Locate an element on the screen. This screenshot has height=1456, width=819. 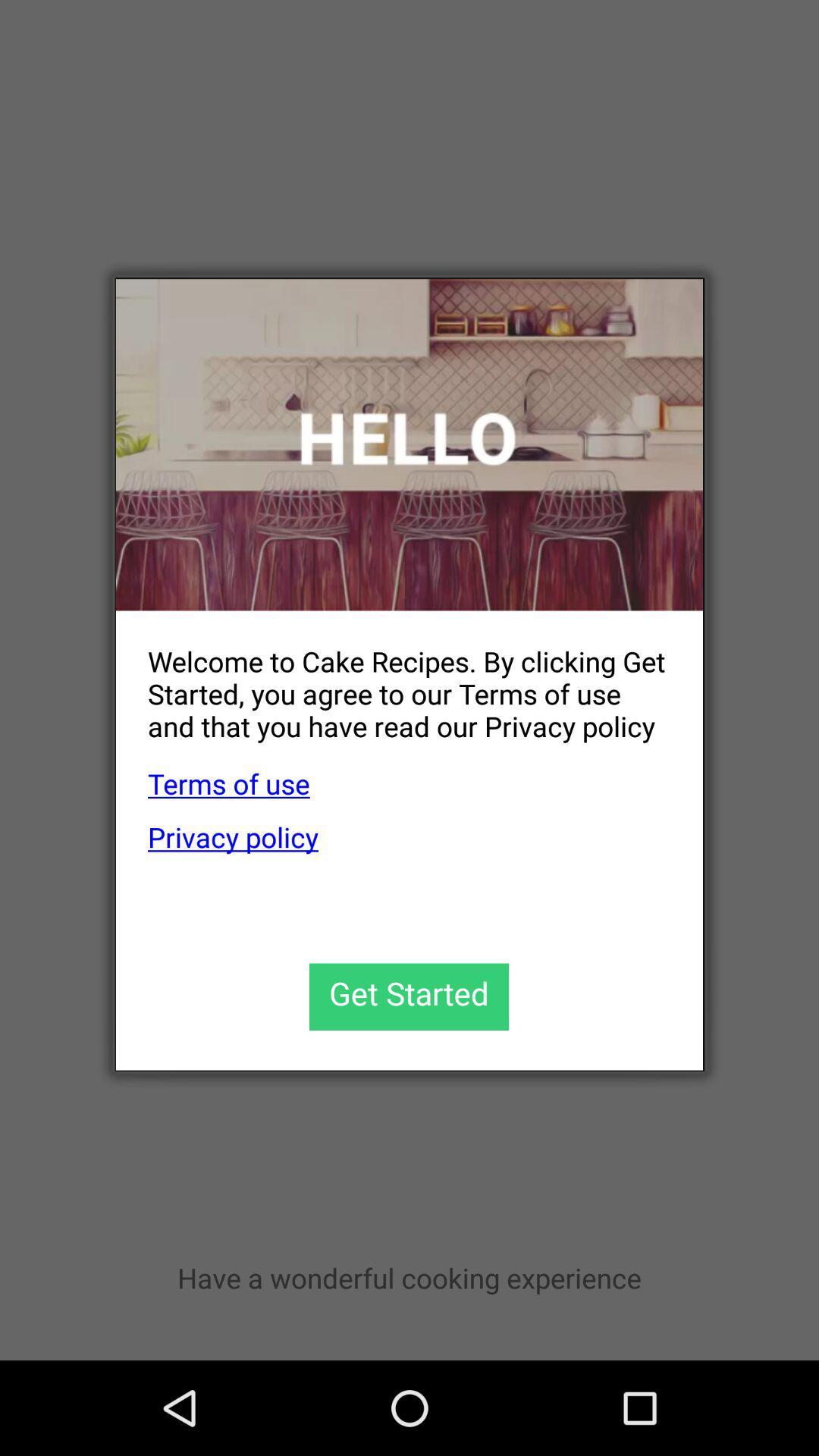
get started using the app is located at coordinates (408, 996).